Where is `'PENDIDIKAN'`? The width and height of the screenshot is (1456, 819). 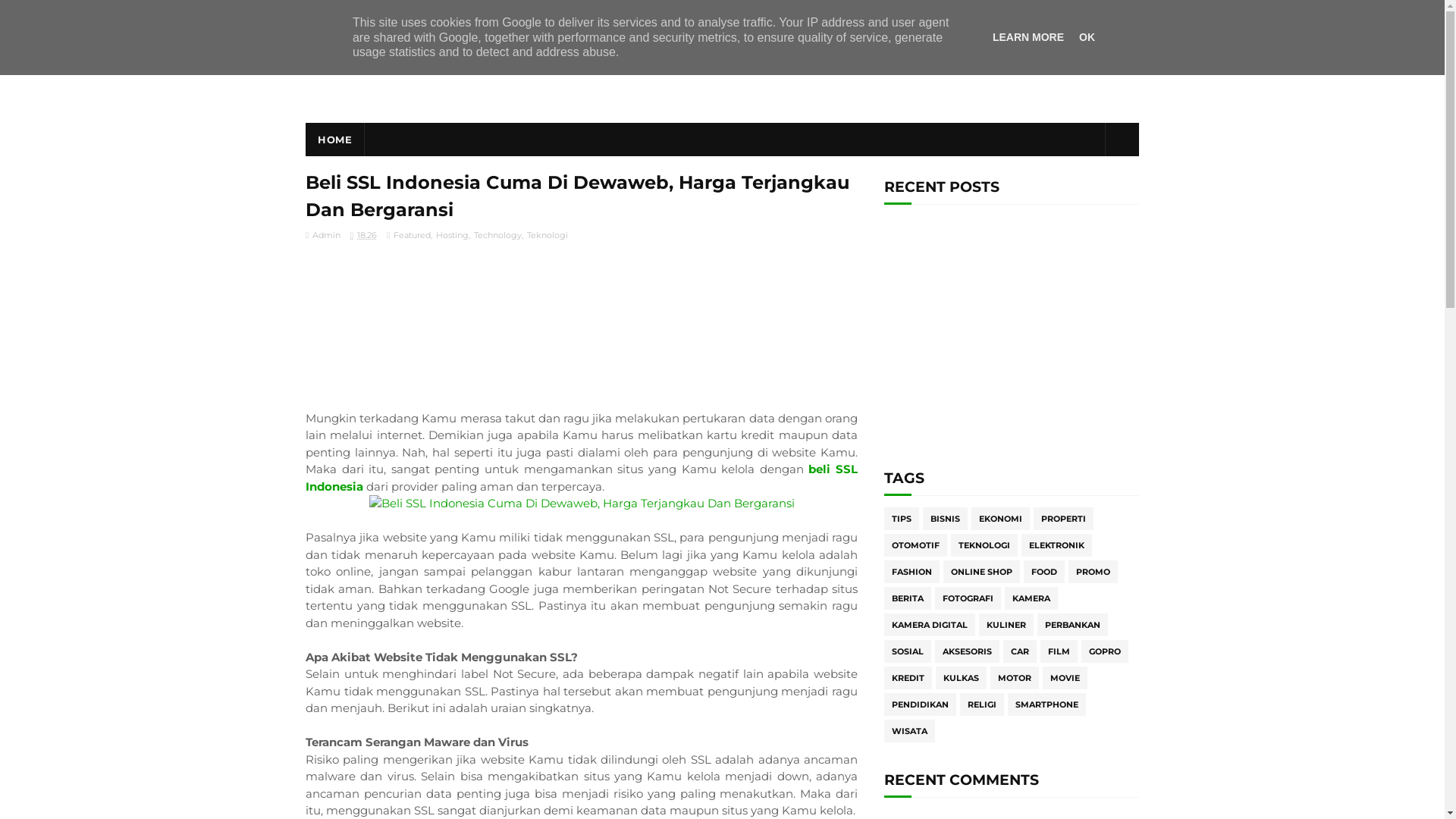 'PENDIDIKAN' is located at coordinates (919, 704).